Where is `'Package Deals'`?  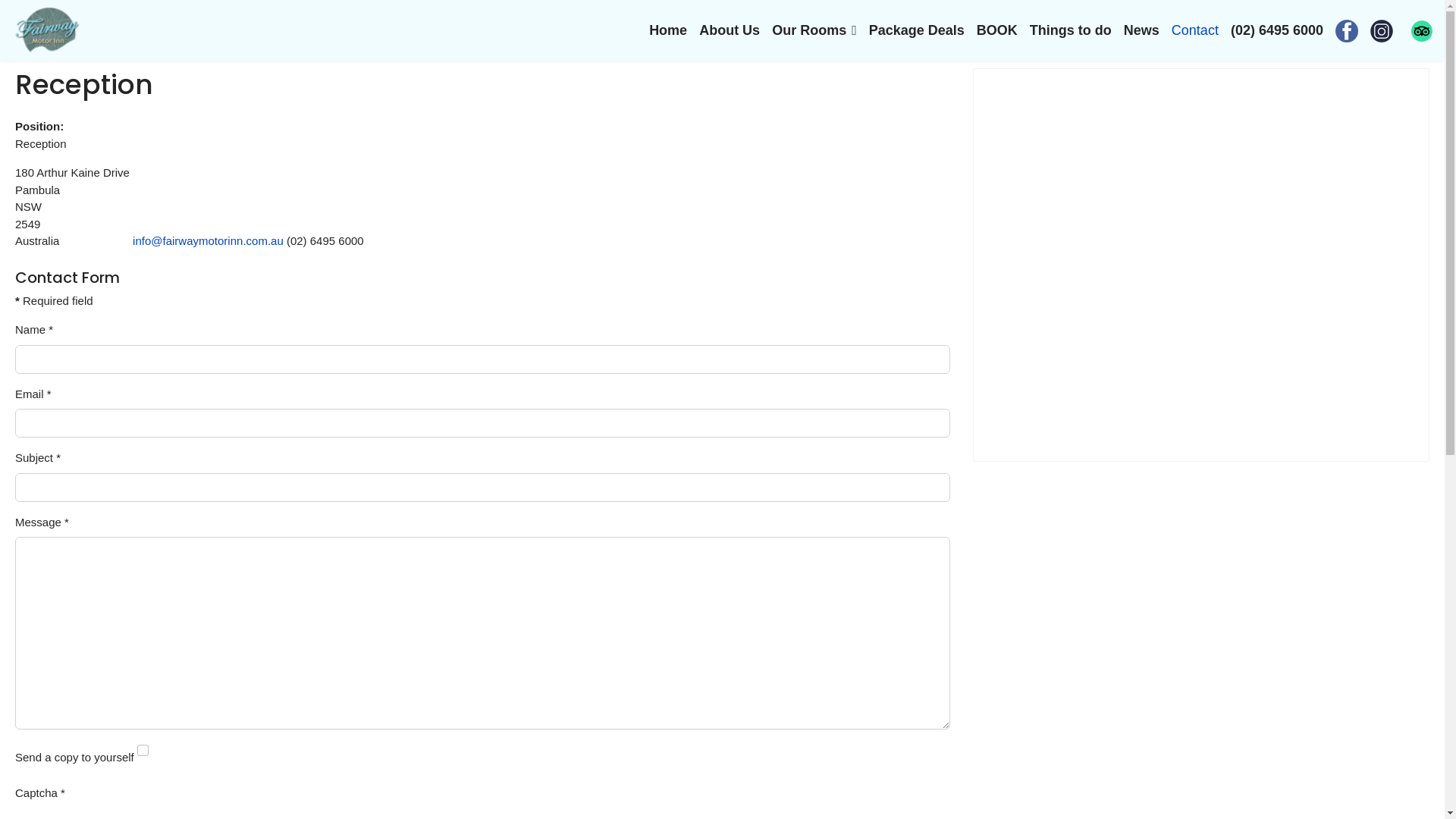
'Package Deals' is located at coordinates (862, 30).